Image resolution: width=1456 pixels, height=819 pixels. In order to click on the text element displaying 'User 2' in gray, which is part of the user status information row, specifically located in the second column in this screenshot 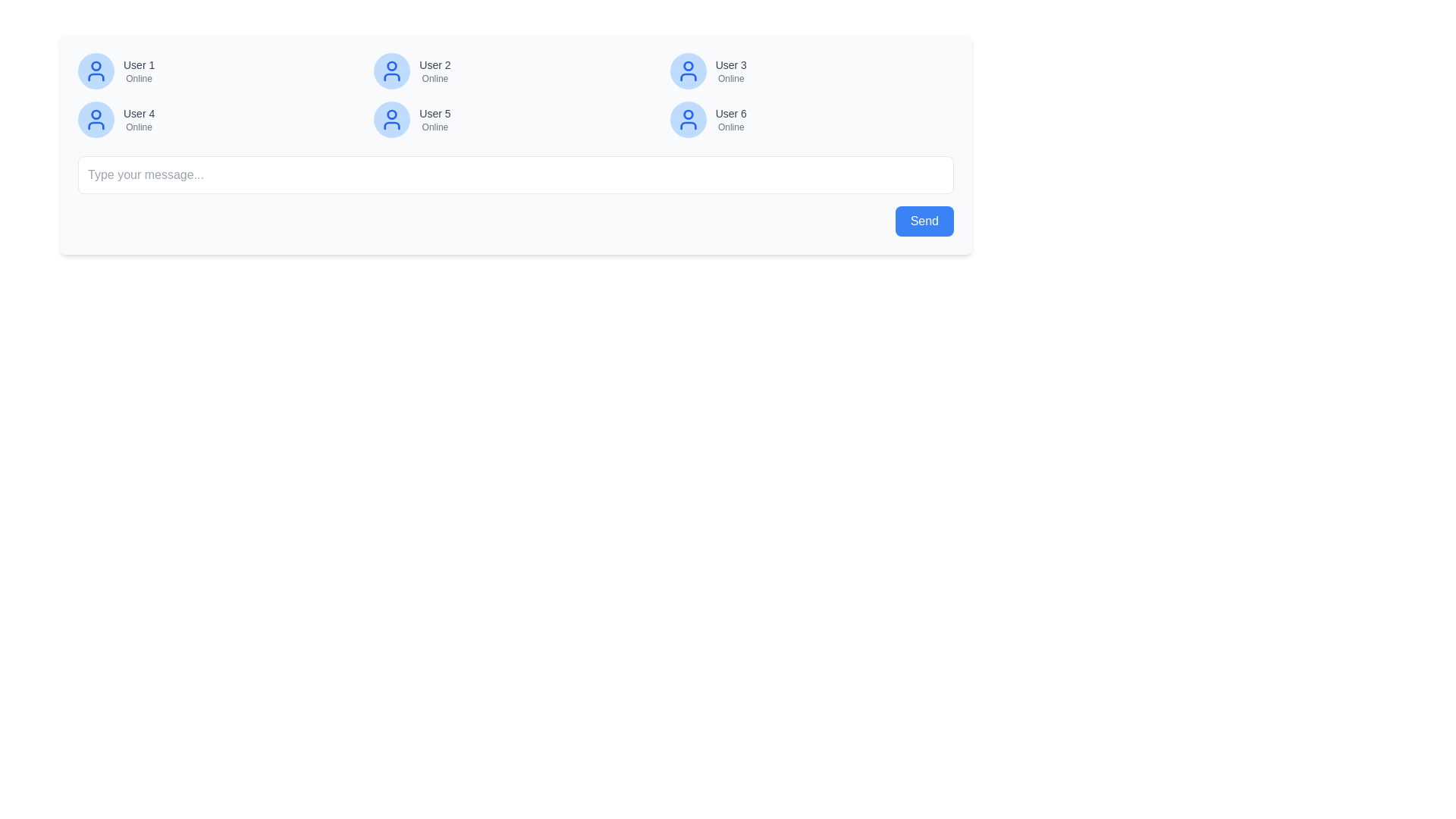, I will do `click(434, 64)`.